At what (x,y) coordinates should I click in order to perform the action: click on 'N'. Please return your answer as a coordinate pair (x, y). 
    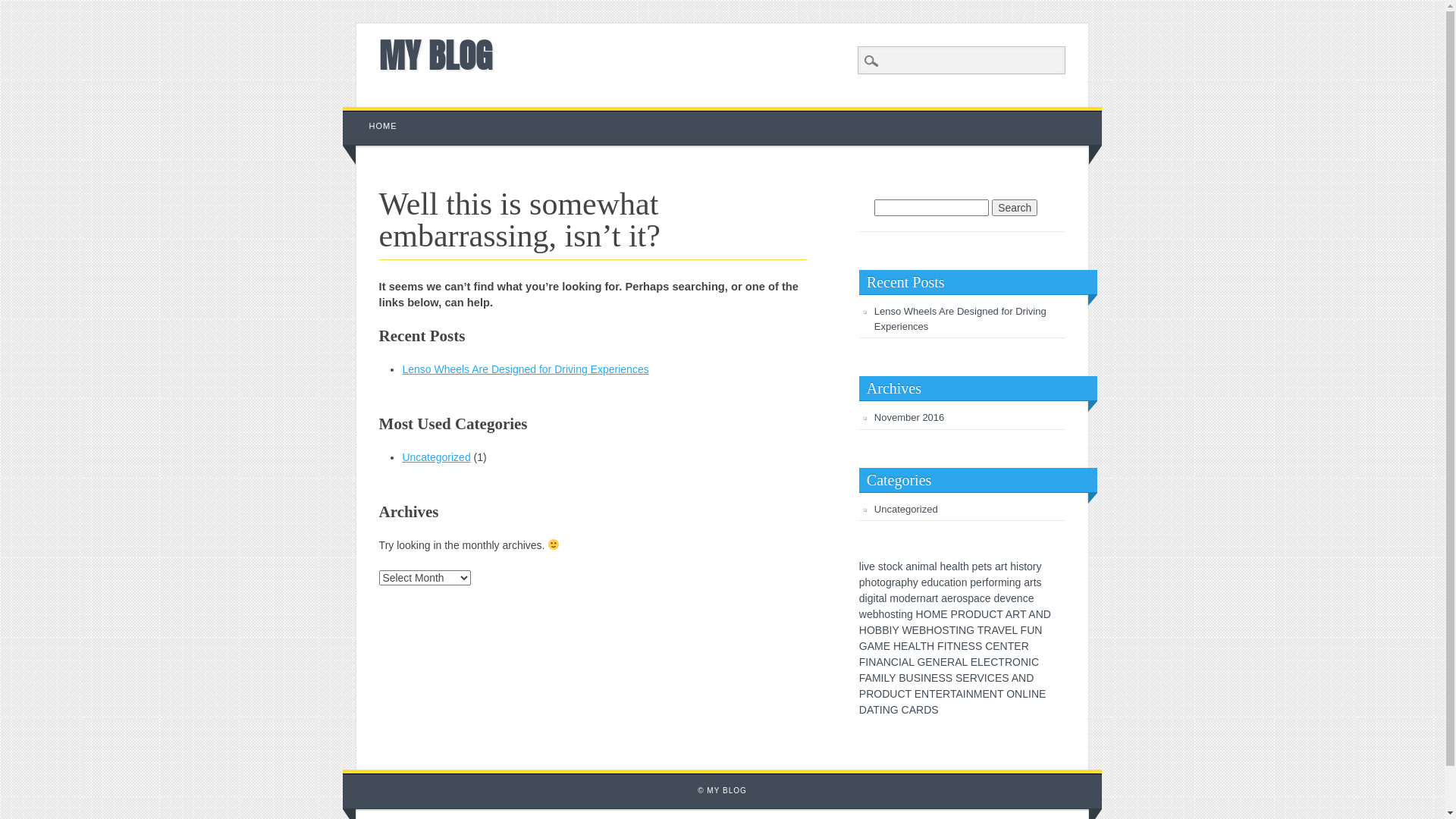
    Looking at the image, I should click on (1037, 629).